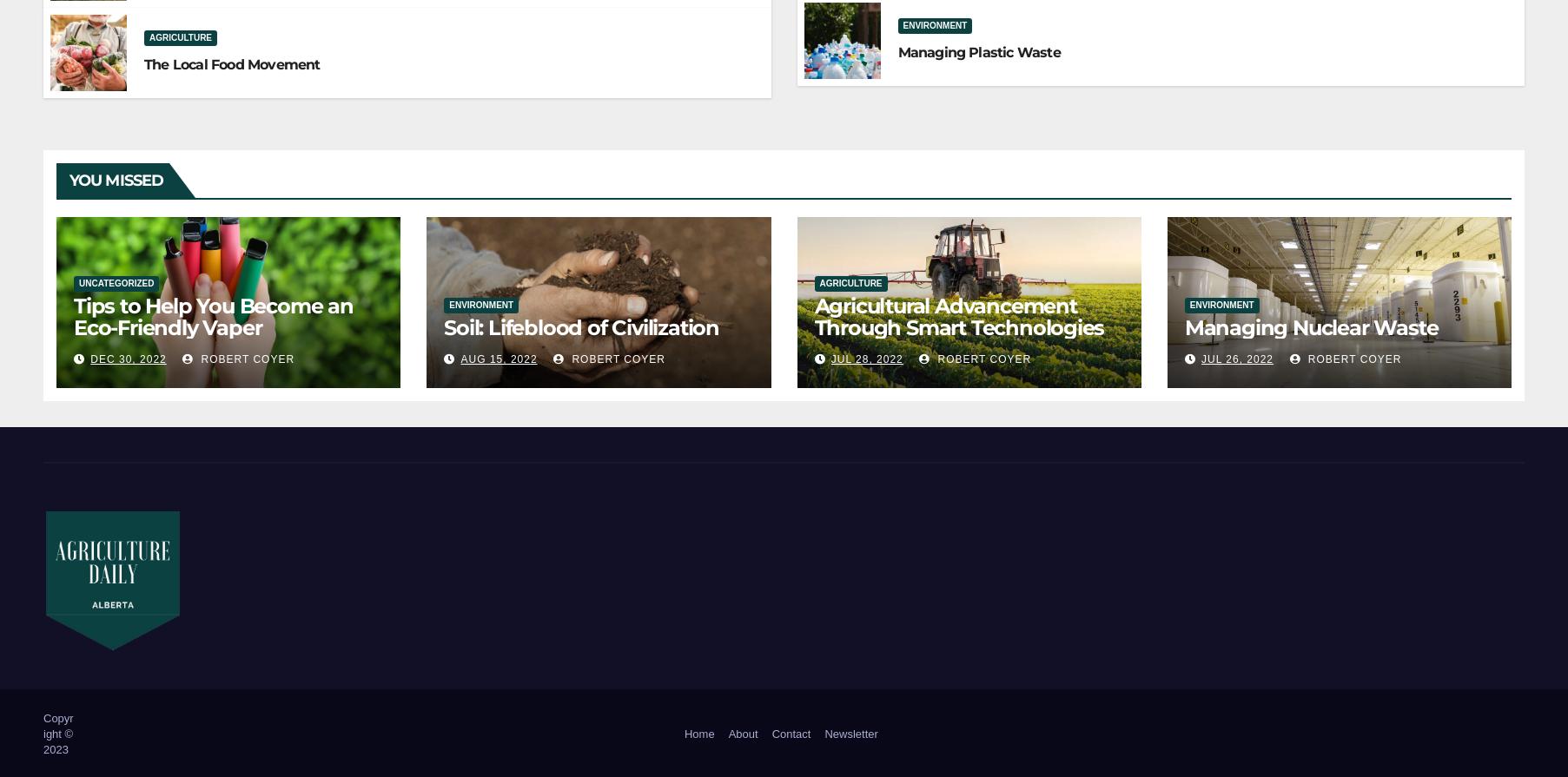 Image resolution: width=1568 pixels, height=777 pixels. I want to click on 'Agricultural Advancement Through Smart Technologies', so click(958, 316).